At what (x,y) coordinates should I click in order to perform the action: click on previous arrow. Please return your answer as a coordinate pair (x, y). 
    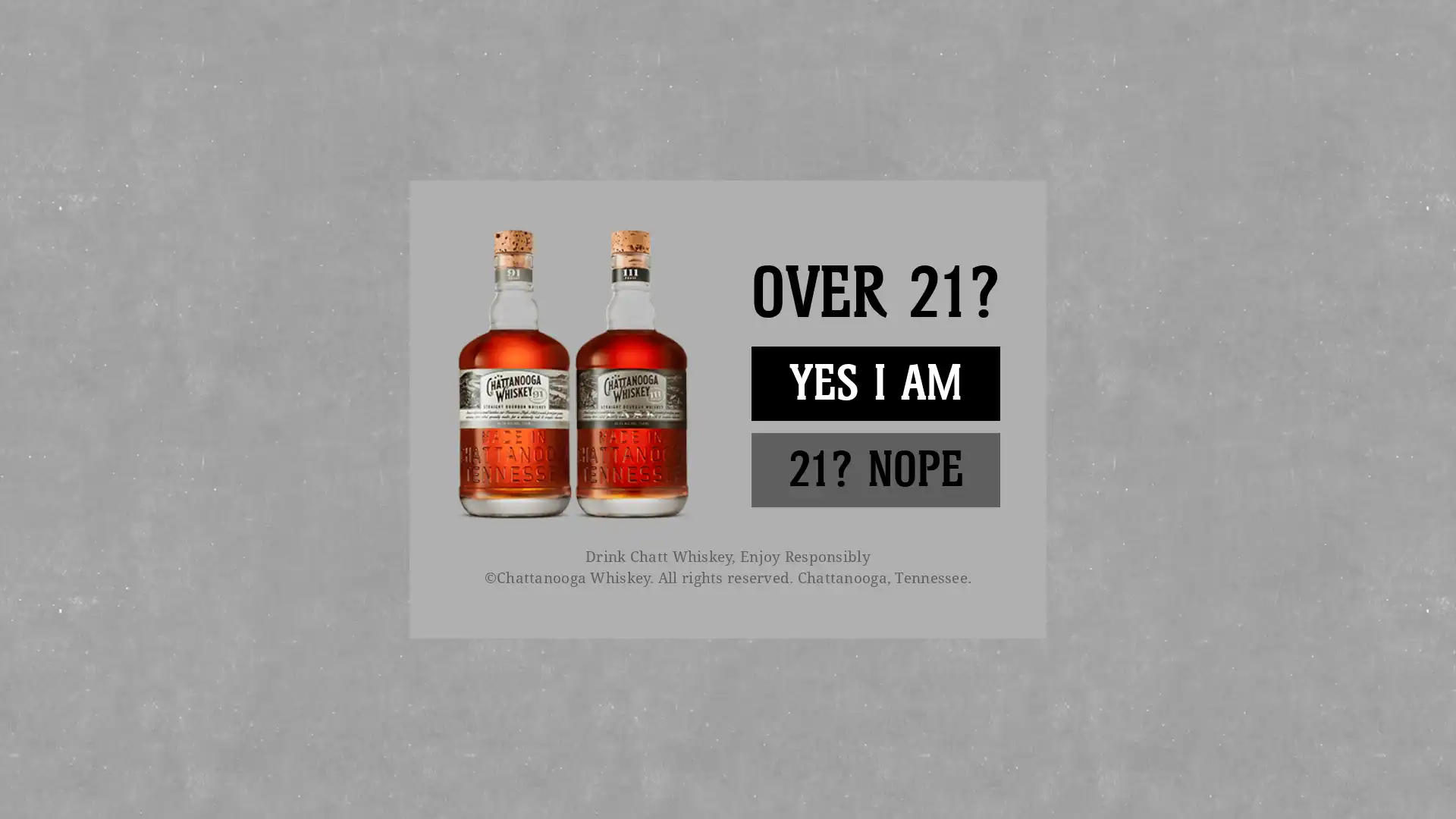
    Looking at the image, I should click on (23, 510).